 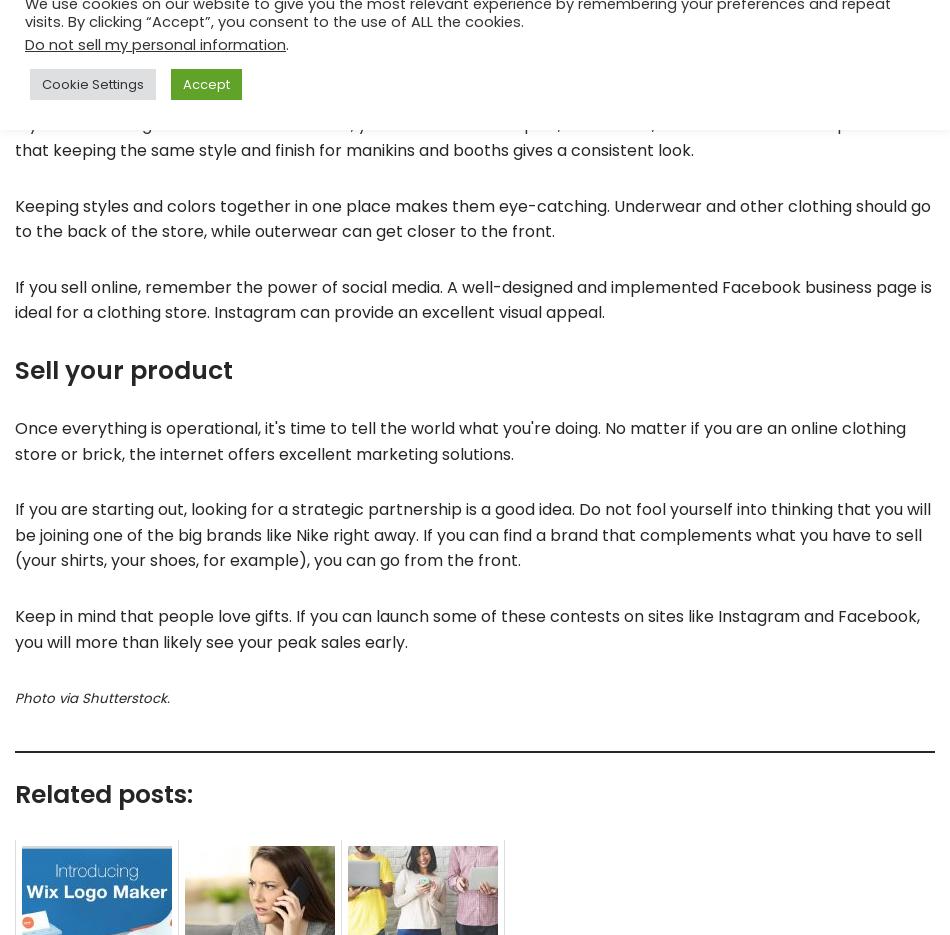 What do you see at coordinates (92, 697) in the screenshot?
I see `'Photo via Shutterstock.'` at bounding box center [92, 697].